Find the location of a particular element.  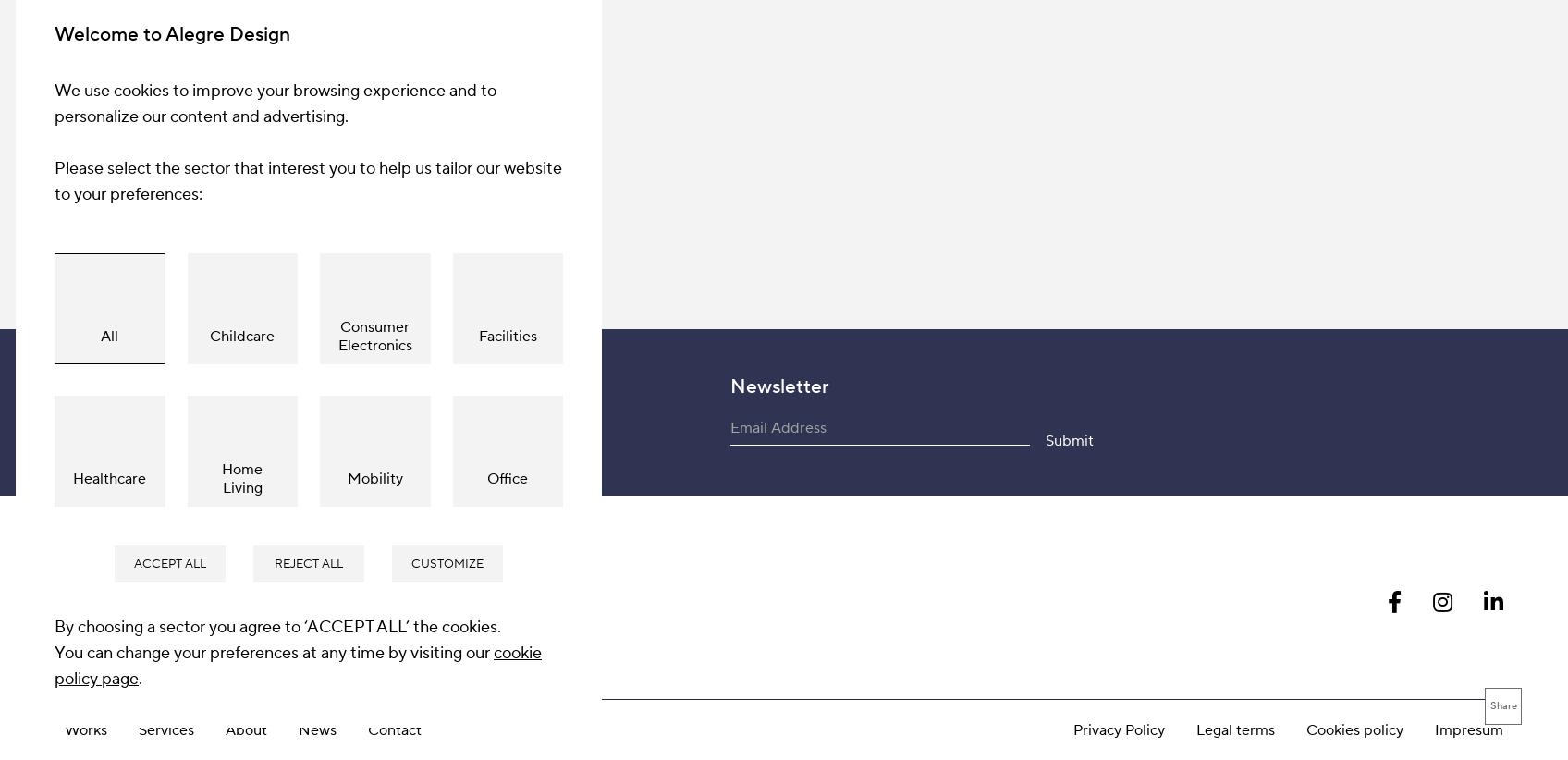

'Cookies policy' is located at coordinates (1354, 314).